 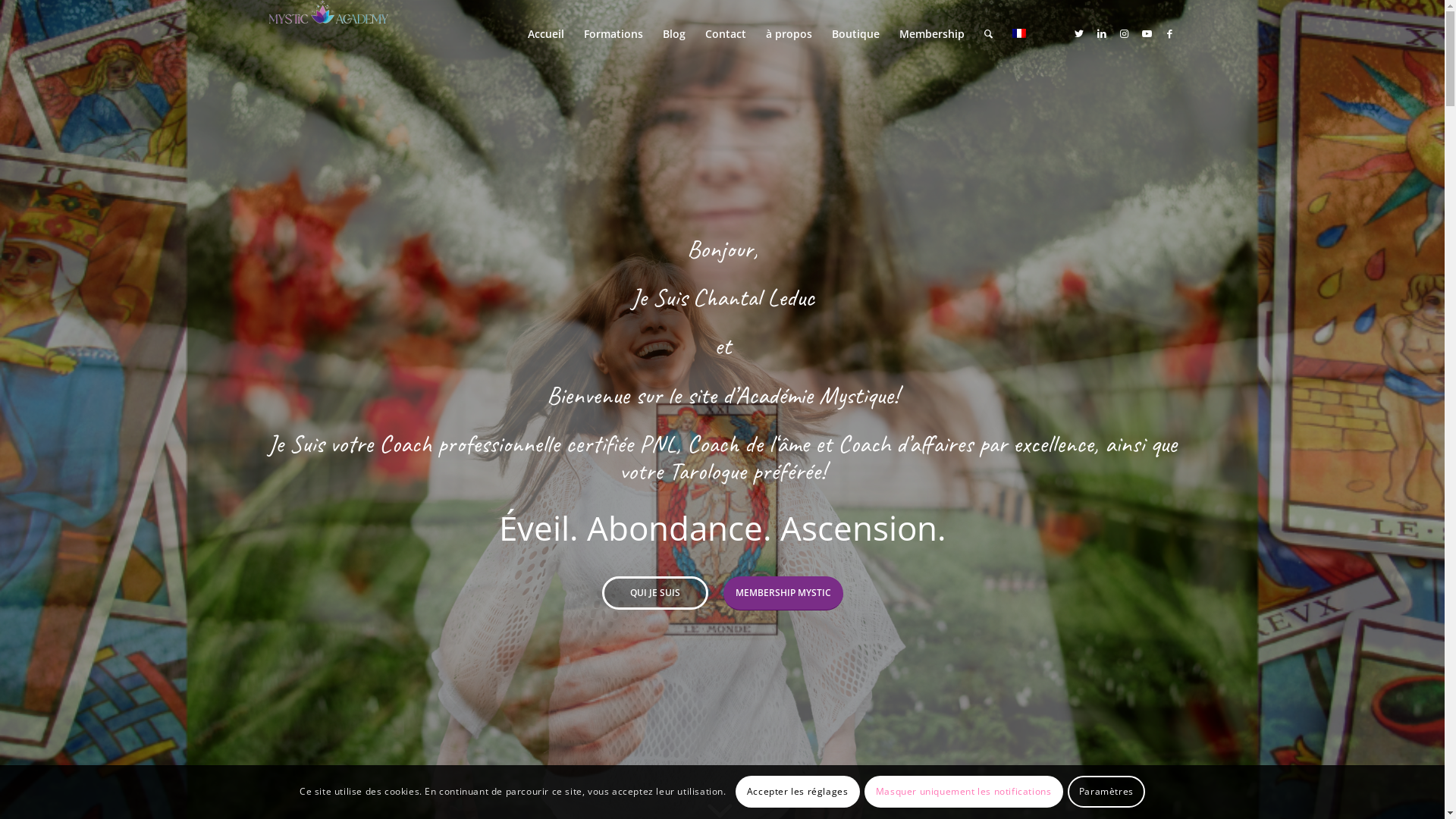 I want to click on 'Accueil', so click(x=545, y=34).